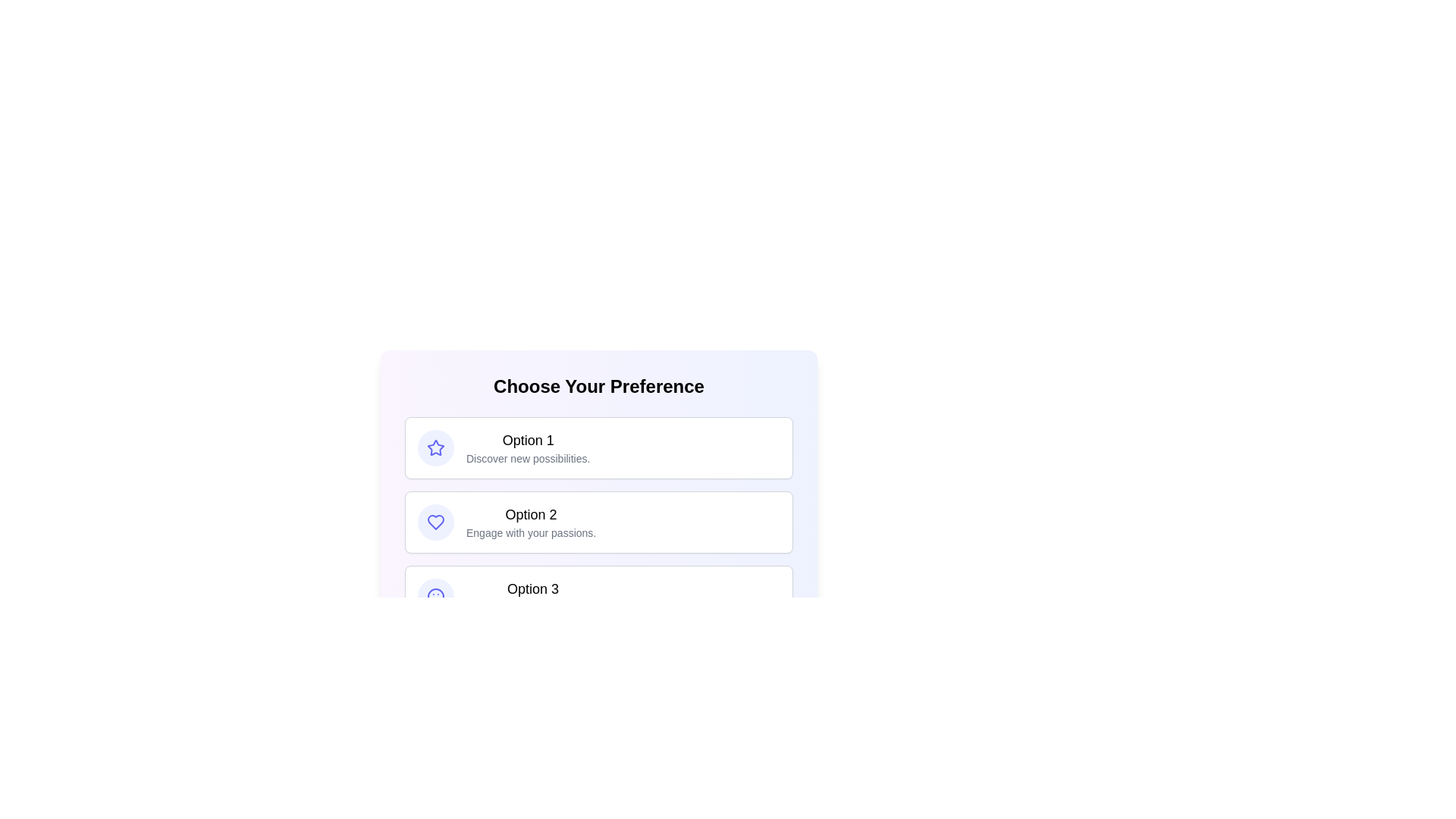 This screenshot has height=819, width=1456. Describe the element at coordinates (435, 522) in the screenshot. I see `the Graphic Icon that symbolizes selection or categorization related to preference, located in the middle section of the Options group associated with 'Option 2'` at that location.